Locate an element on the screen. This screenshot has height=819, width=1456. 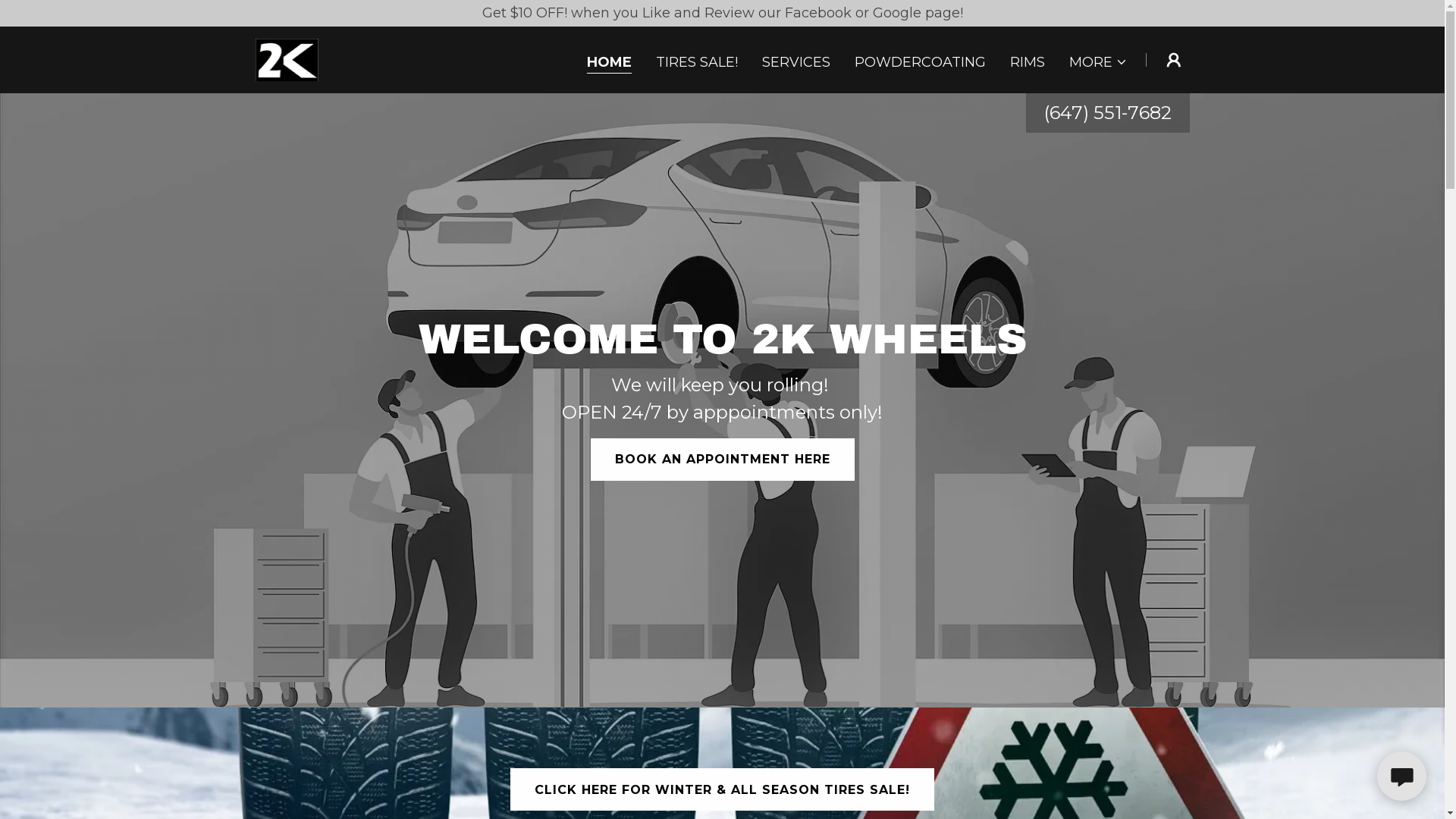
'HOME' is located at coordinates (585, 62).